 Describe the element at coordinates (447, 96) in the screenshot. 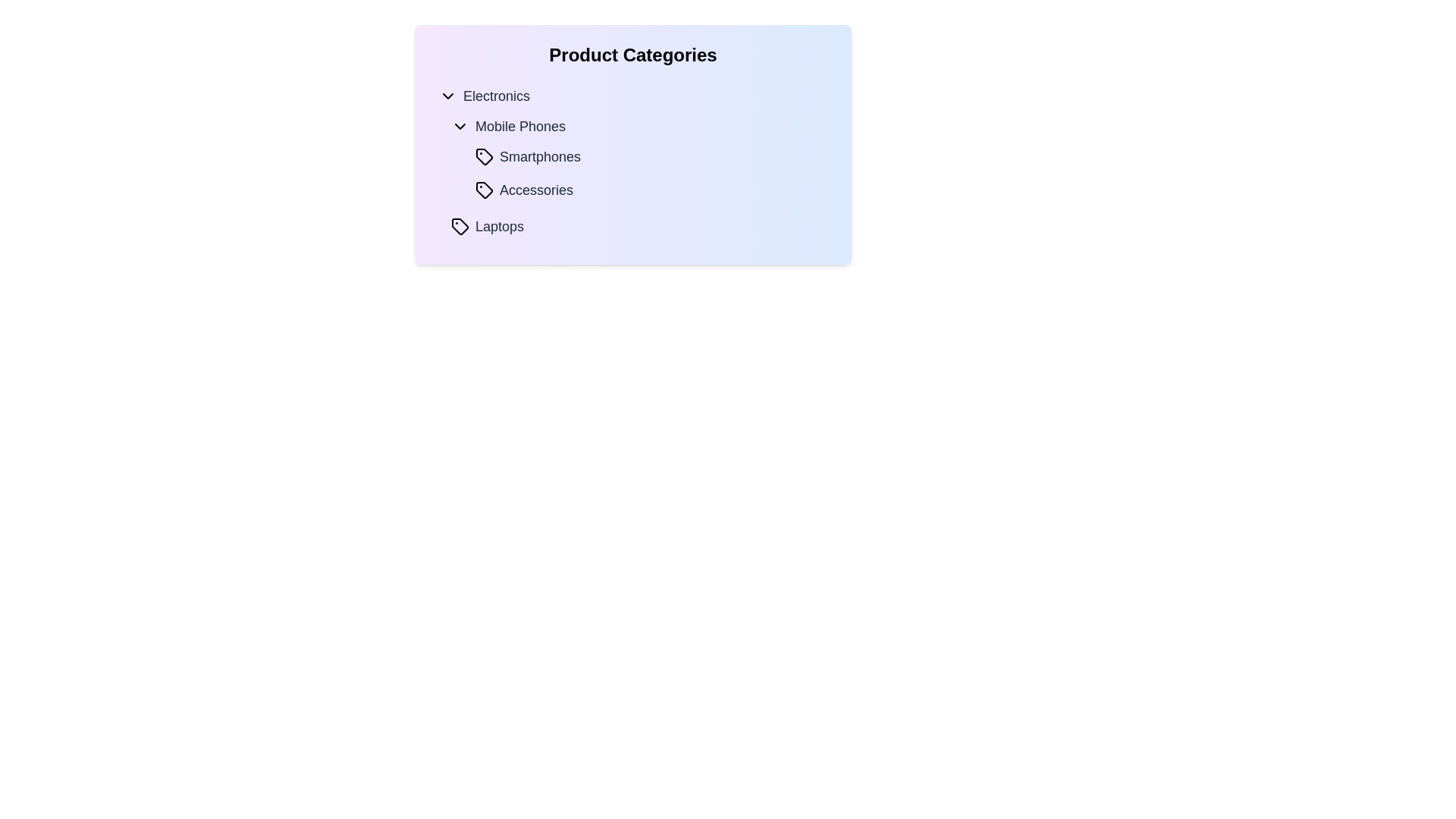

I see `the downward-facing chevron icon` at that location.